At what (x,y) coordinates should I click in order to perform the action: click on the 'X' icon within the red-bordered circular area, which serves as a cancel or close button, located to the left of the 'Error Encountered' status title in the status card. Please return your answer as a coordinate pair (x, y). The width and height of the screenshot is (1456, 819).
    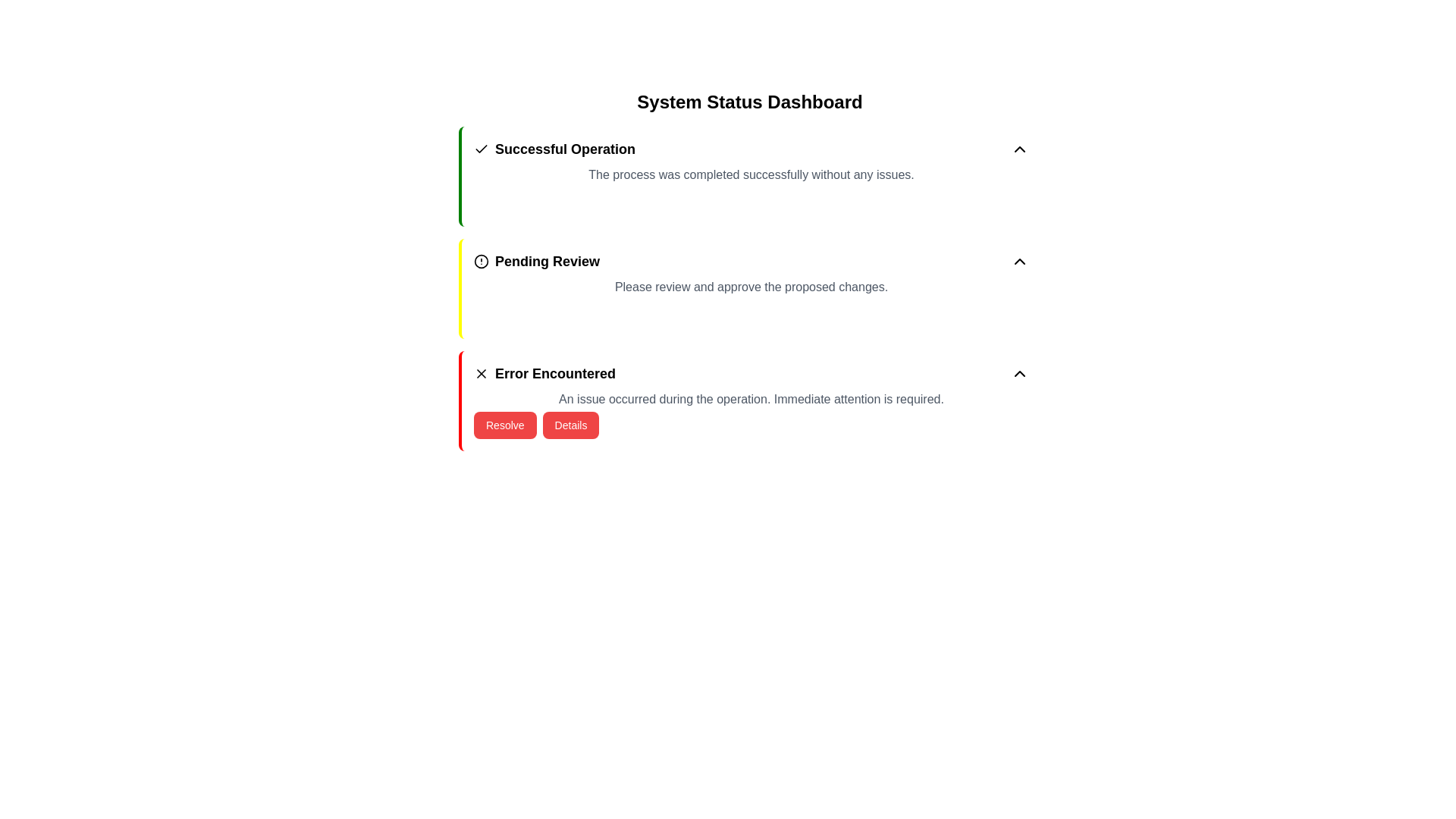
    Looking at the image, I should click on (480, 374).